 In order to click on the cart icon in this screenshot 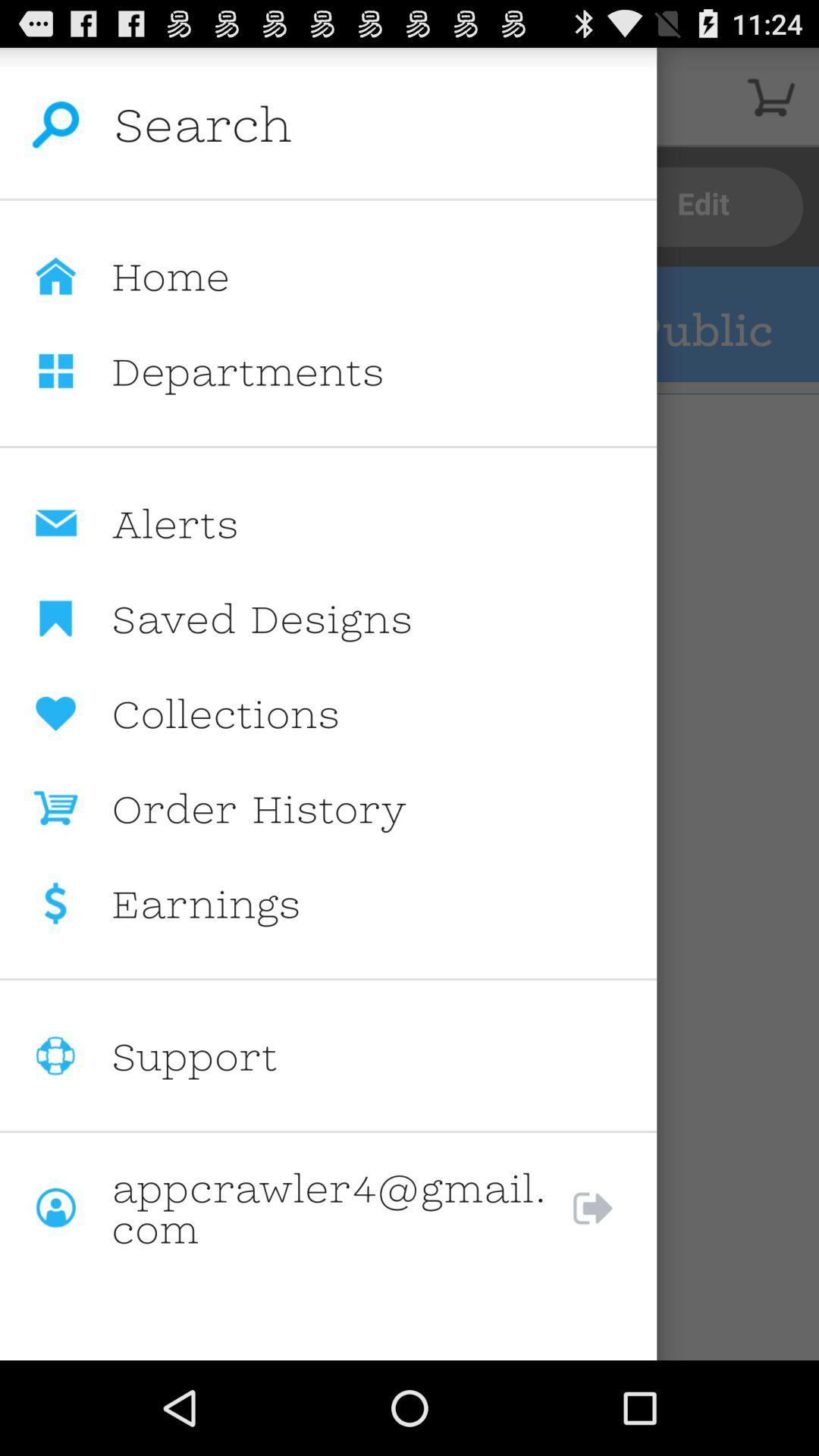, I will do `click(771, 103)`.